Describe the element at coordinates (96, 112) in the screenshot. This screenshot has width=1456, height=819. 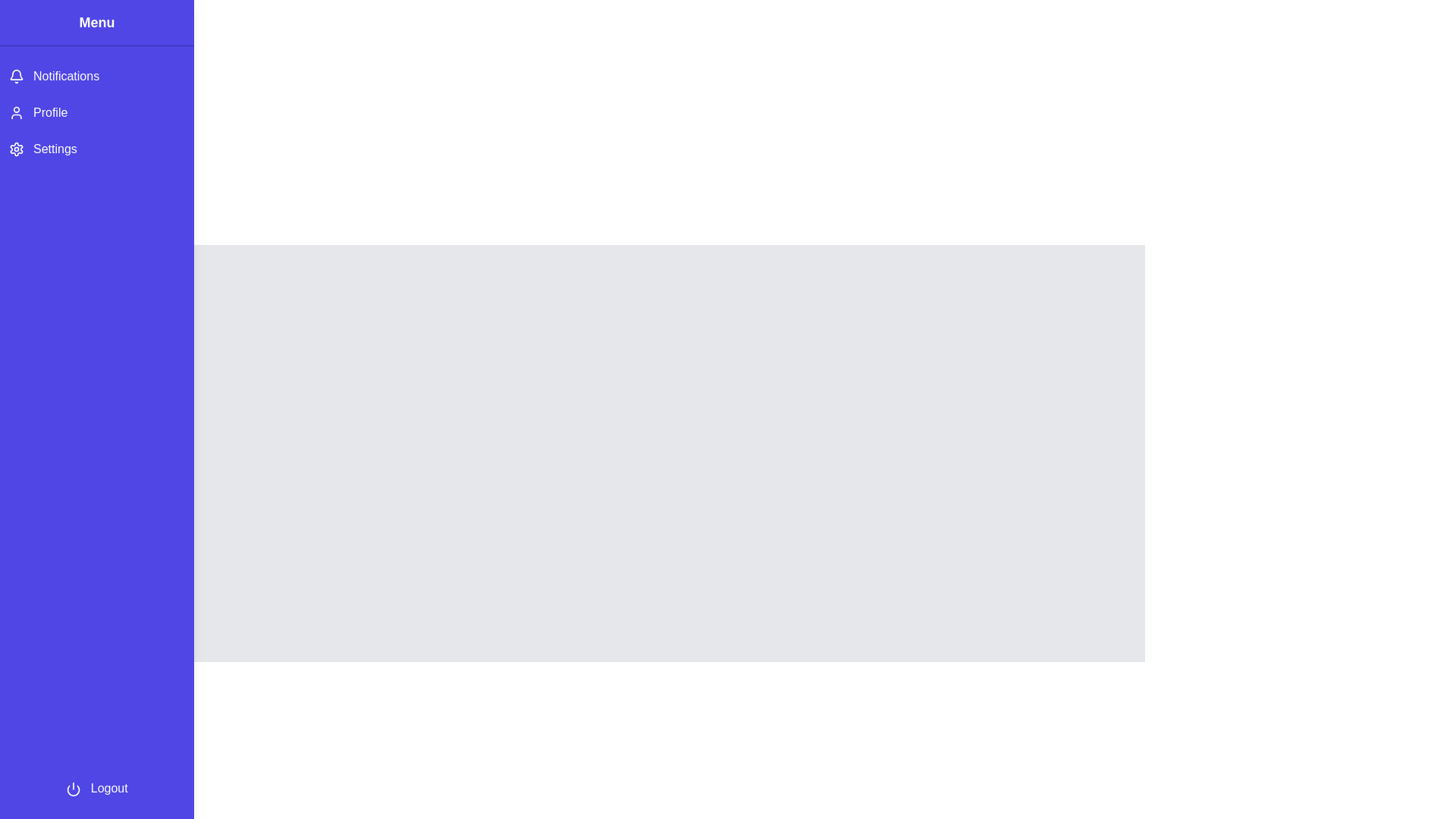
I see `the 'Profile' menu item to navigate to the profile section` at that location.